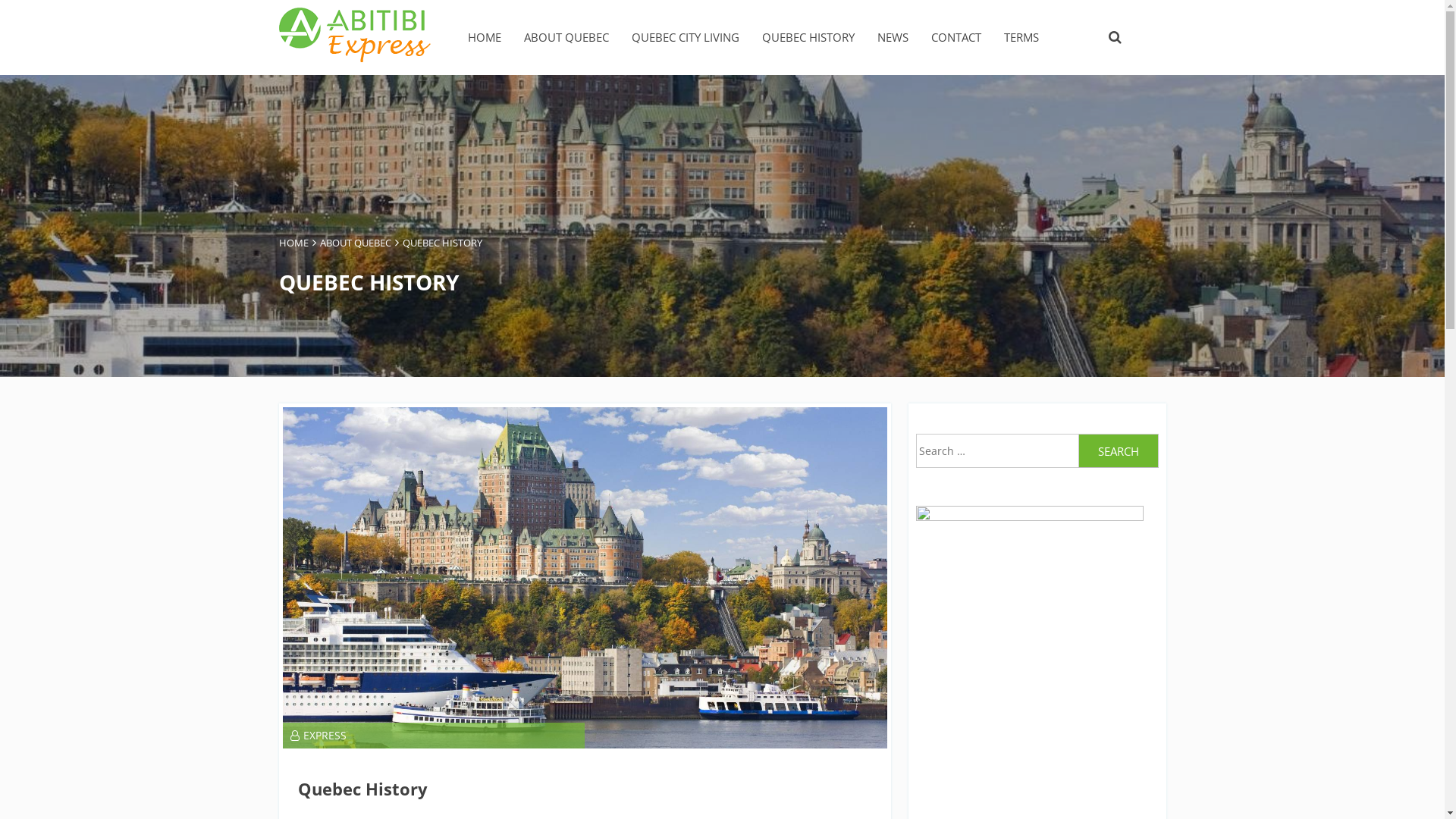 This screenshot has height=819, width=1456. What do you see at coordinates (955, 36) in the screenshot?
I see `'CONTACT'` at bounding box center [955, 36].